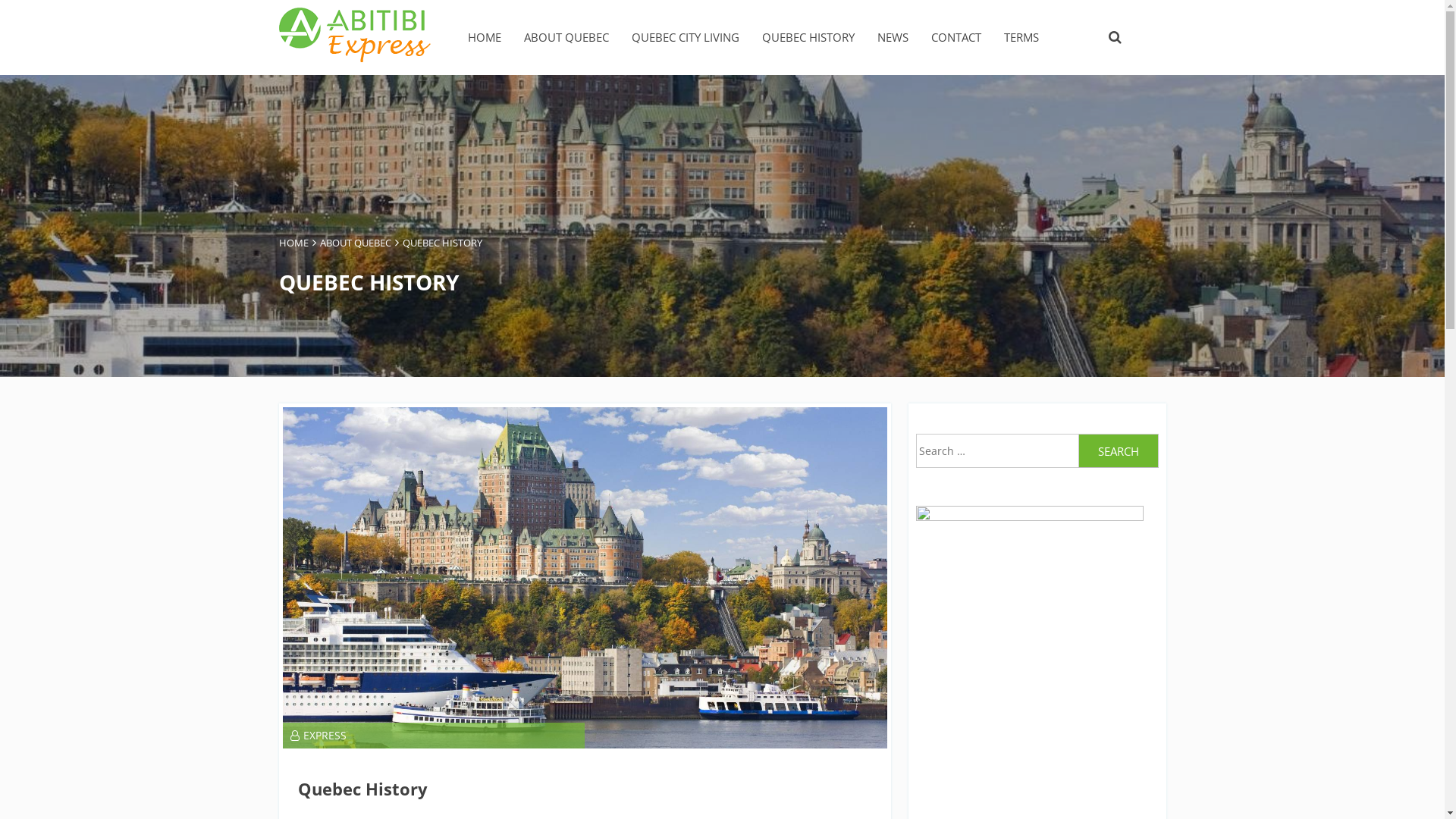 This screenshot has height=819, width=1456. What do you see at coordinates (955, 36) in the screenshot?
I see `'CONTACT'` at bounding box center [955, 36].